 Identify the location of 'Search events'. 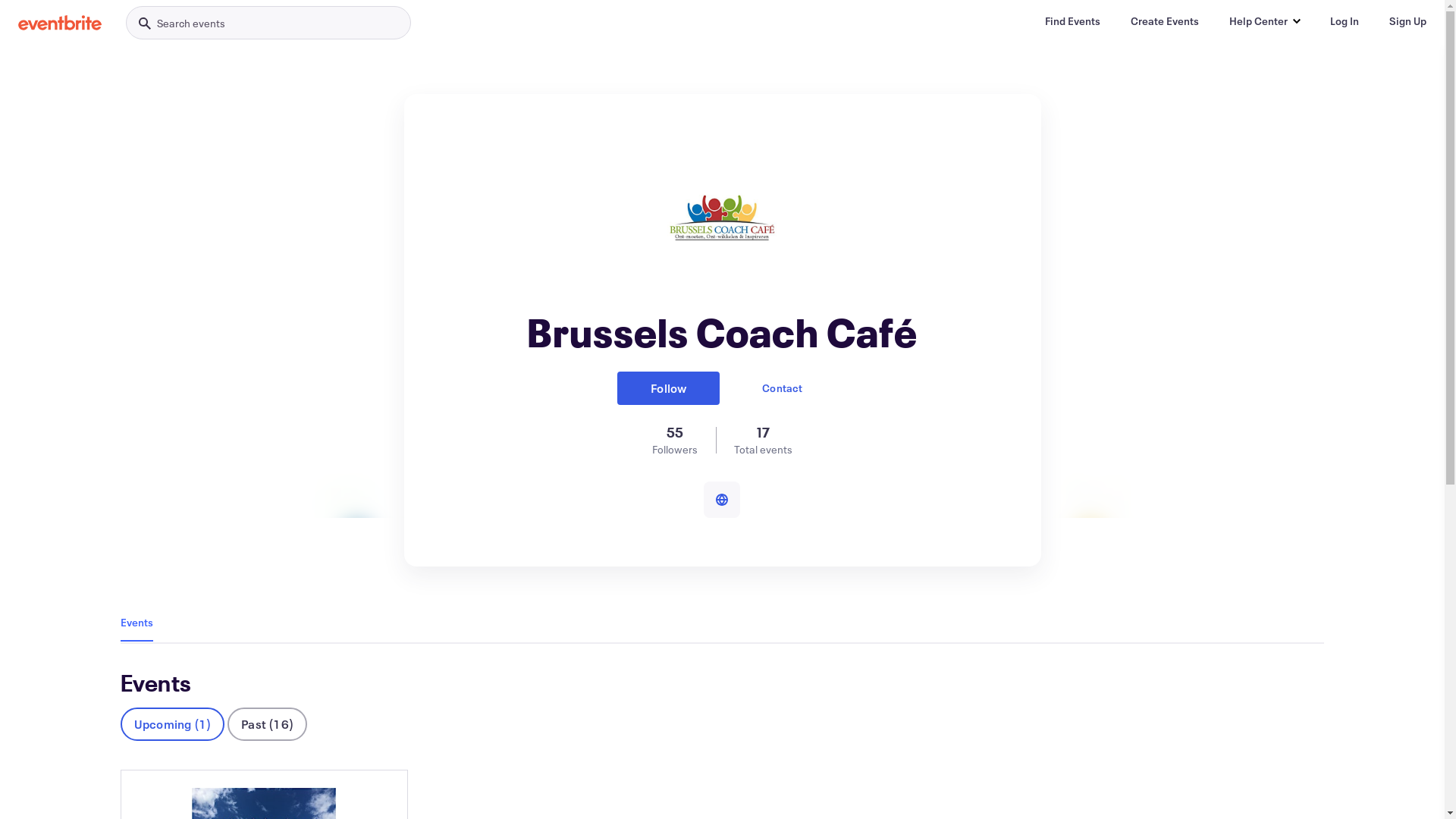
(268, 23).